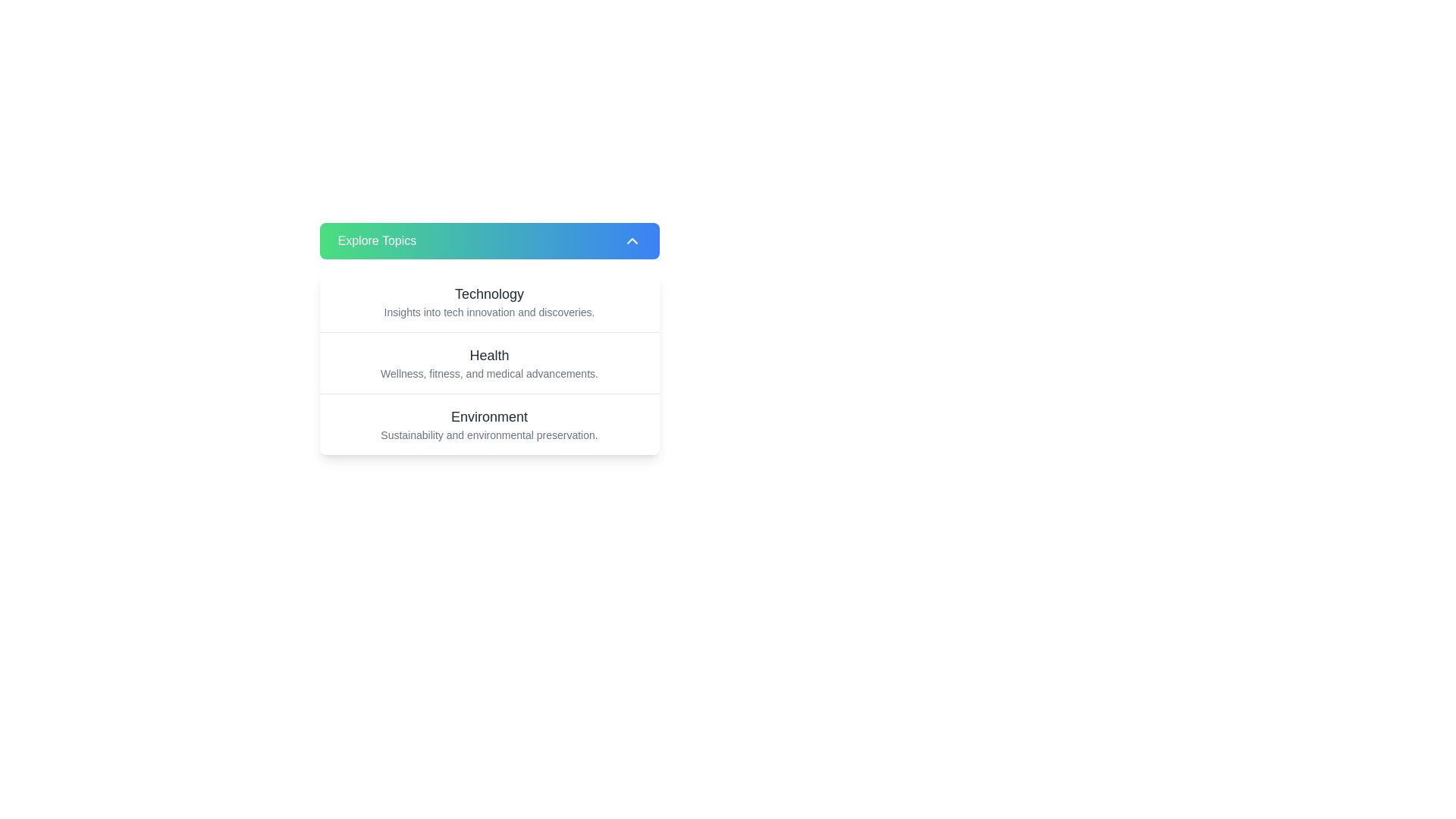 This screenshot has height=819, width=1456. What do you see at coordinates (489, 338) in the screenshot?
I see `to select the 'Health' category from the second item in the vertical list within the 'Explore Topics' panel` at bounding box center [489, 338].